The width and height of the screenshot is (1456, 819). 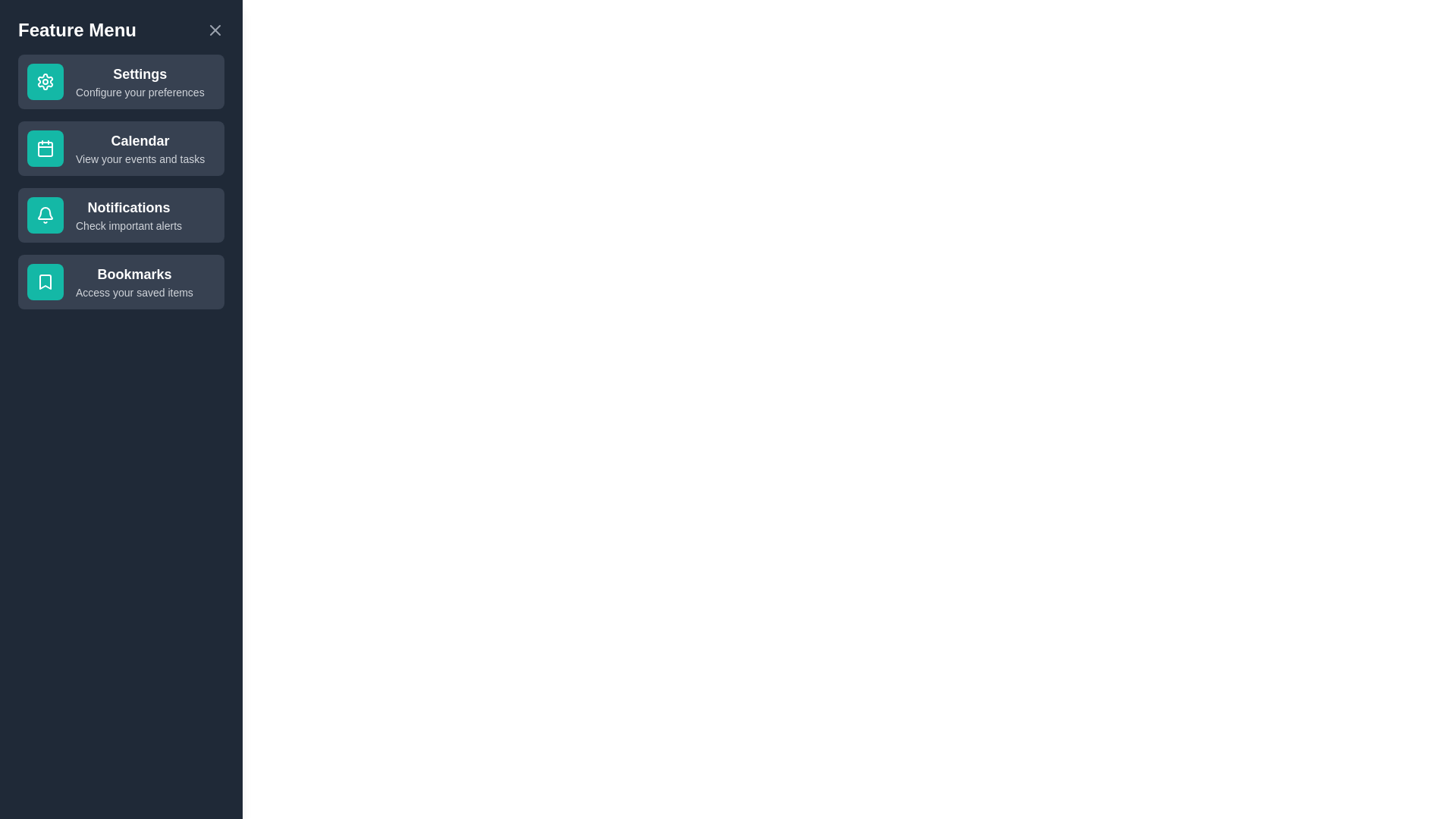 What do you see at coordinates (120, 215) in the screenshot?
I see `the feature labeled Notifications to select it` at bounding box center [120, 215].